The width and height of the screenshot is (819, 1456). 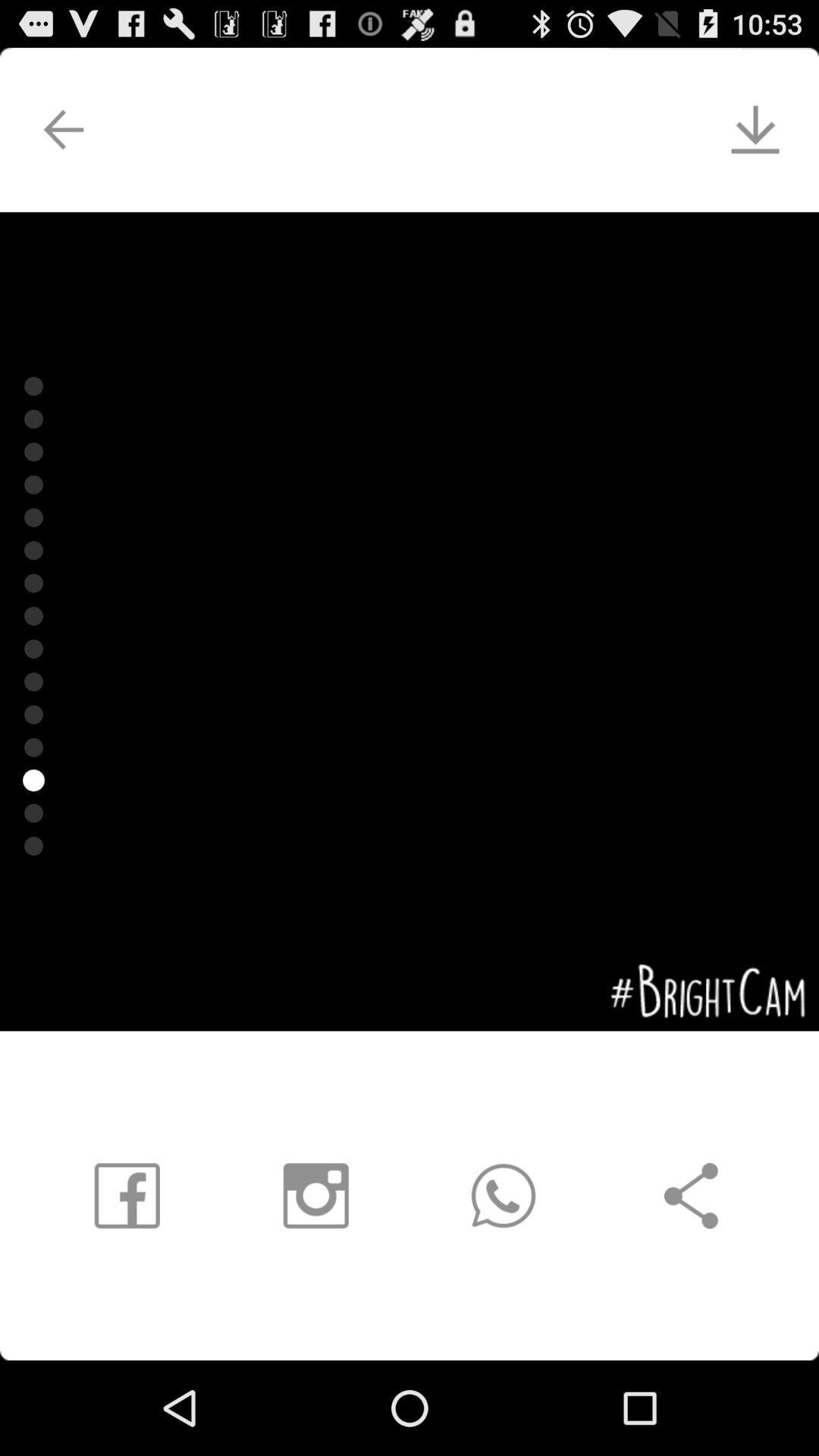 What do you see at coordinates (106, 1279) in the screenshot?
I see `the facebook icon` at bounding box center [106, 1279].